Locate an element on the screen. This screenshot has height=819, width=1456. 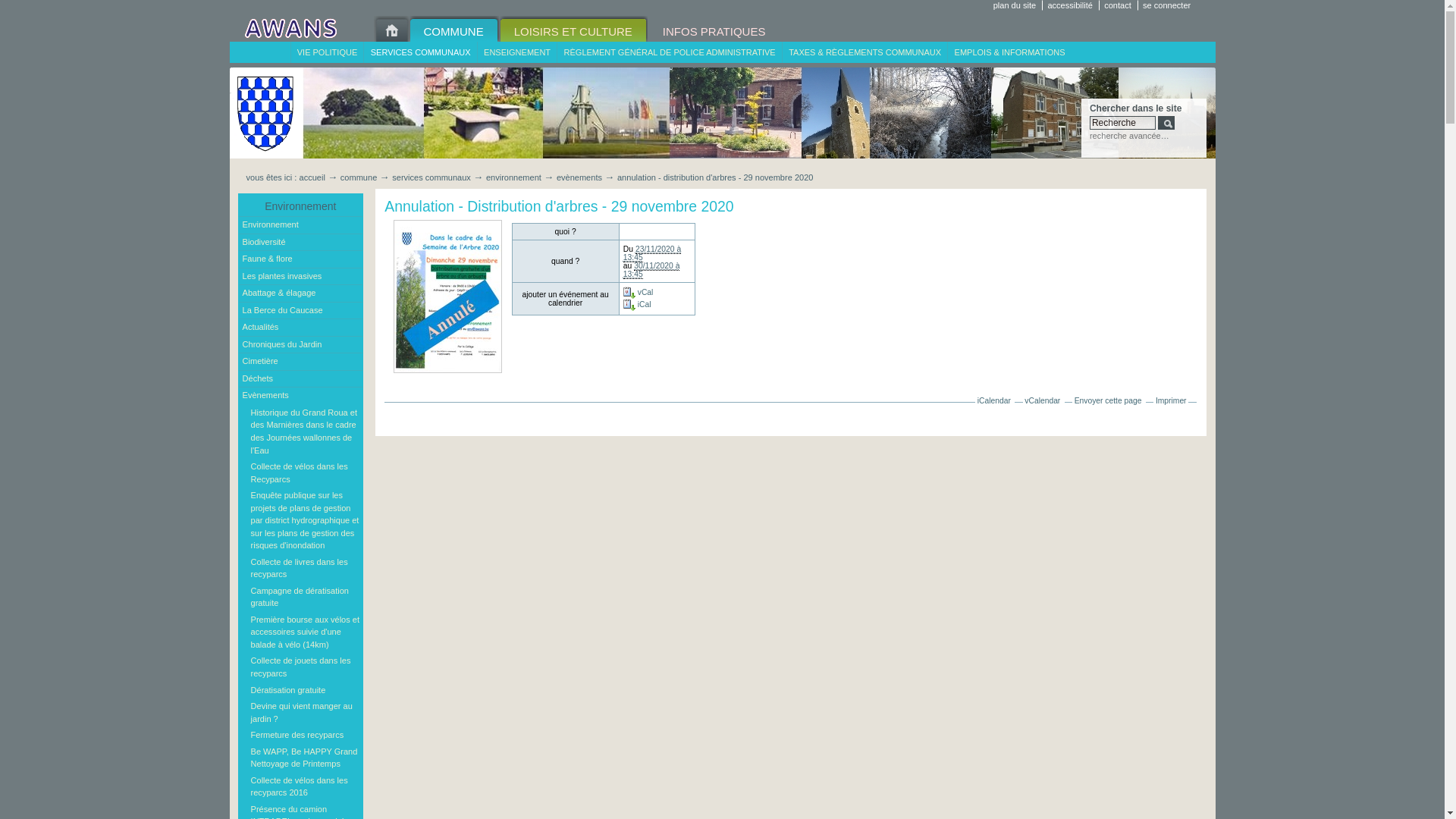
'Fermeture des recyparcs' is located at coordinates (304, 734).